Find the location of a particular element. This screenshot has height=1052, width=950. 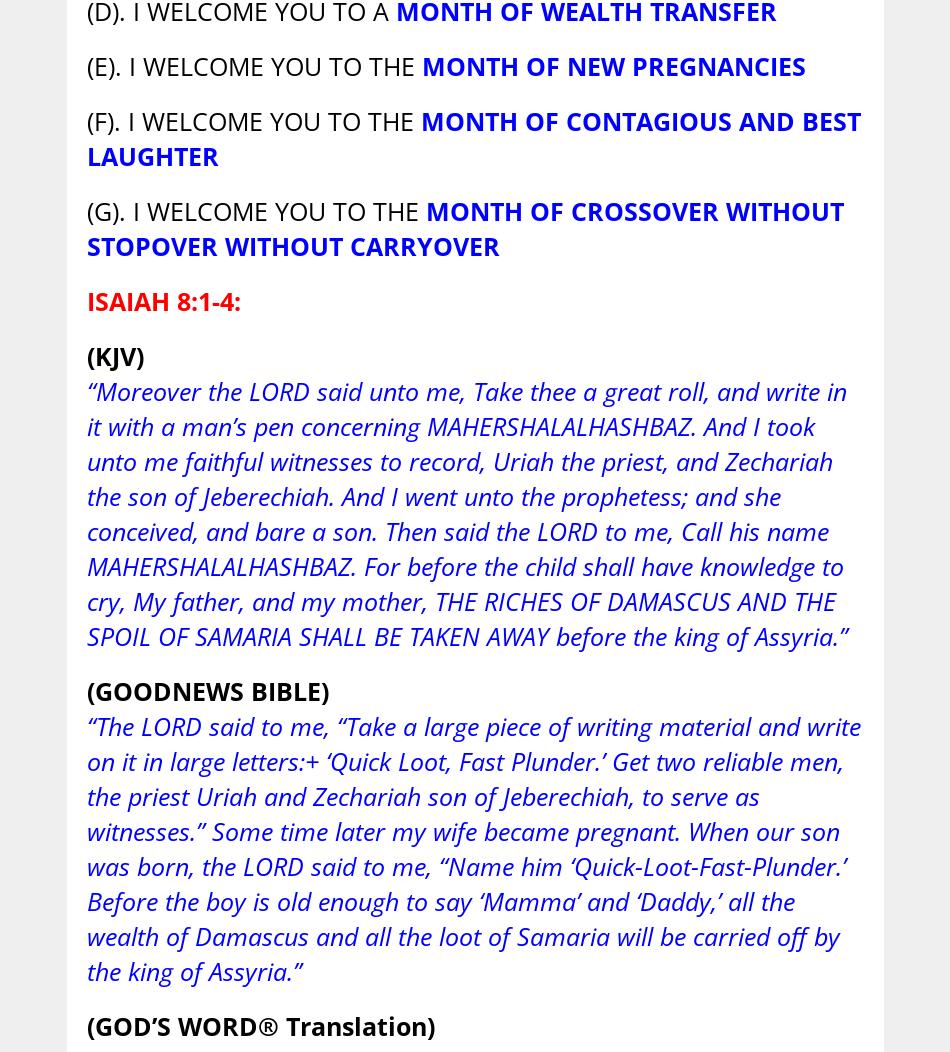

'MONTH OF CONTAGIOUS AND BEST LAUGHTER' is located at coordinates (472, 137).